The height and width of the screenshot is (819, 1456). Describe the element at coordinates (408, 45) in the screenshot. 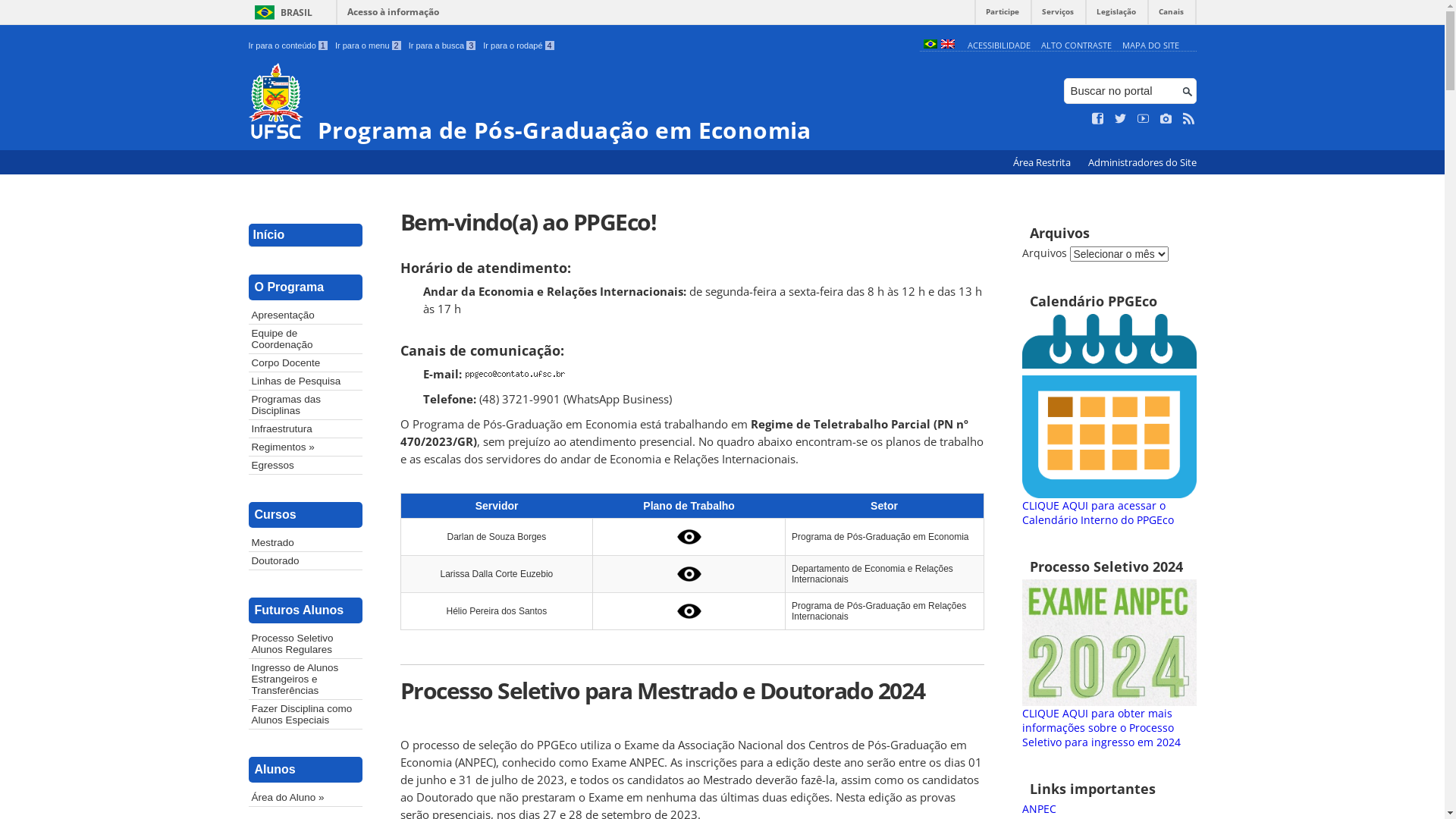

I see `'Ir para a busca 3'` at that location.